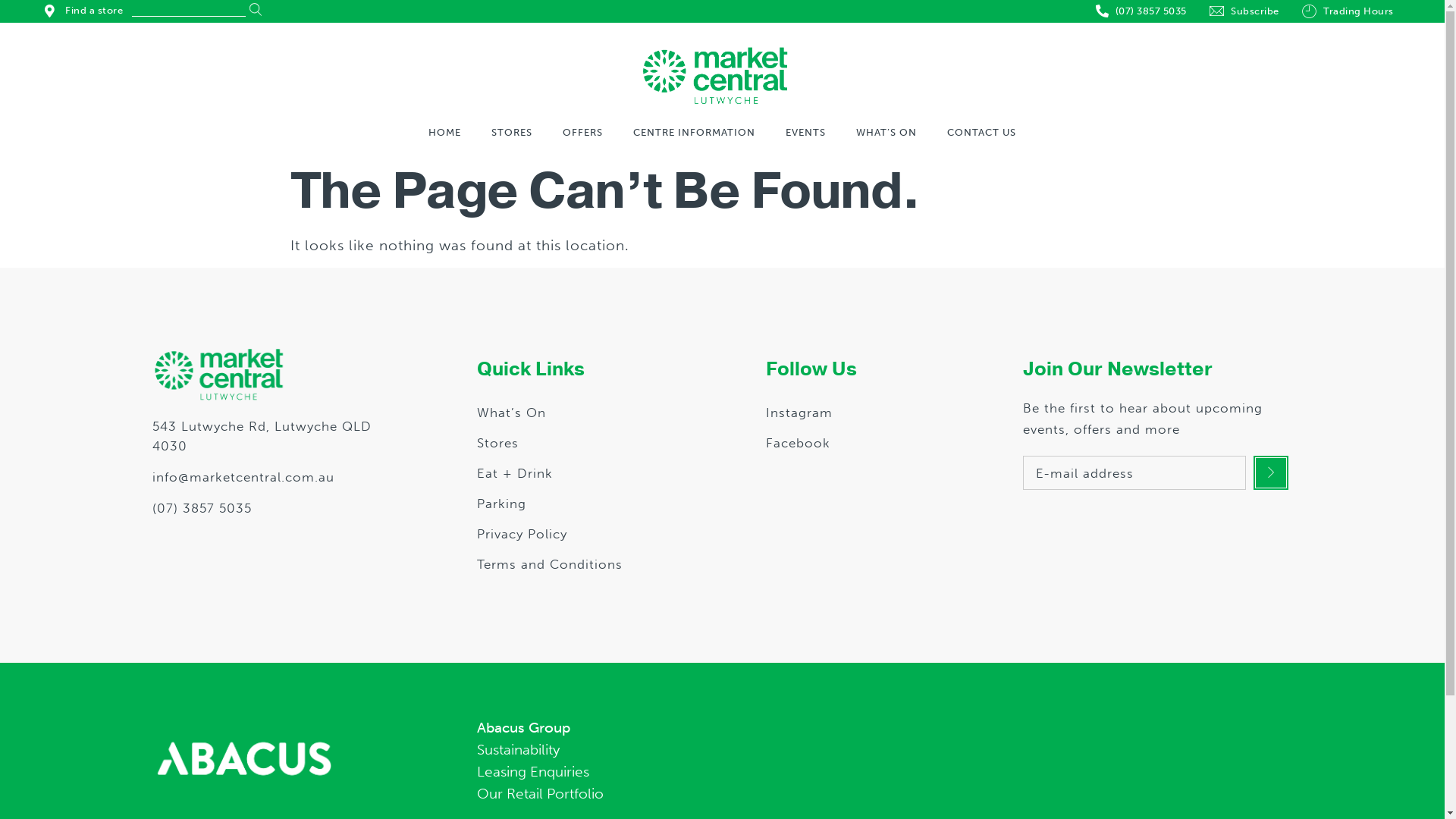  I want to click on 'Stores', so click(497, 442).